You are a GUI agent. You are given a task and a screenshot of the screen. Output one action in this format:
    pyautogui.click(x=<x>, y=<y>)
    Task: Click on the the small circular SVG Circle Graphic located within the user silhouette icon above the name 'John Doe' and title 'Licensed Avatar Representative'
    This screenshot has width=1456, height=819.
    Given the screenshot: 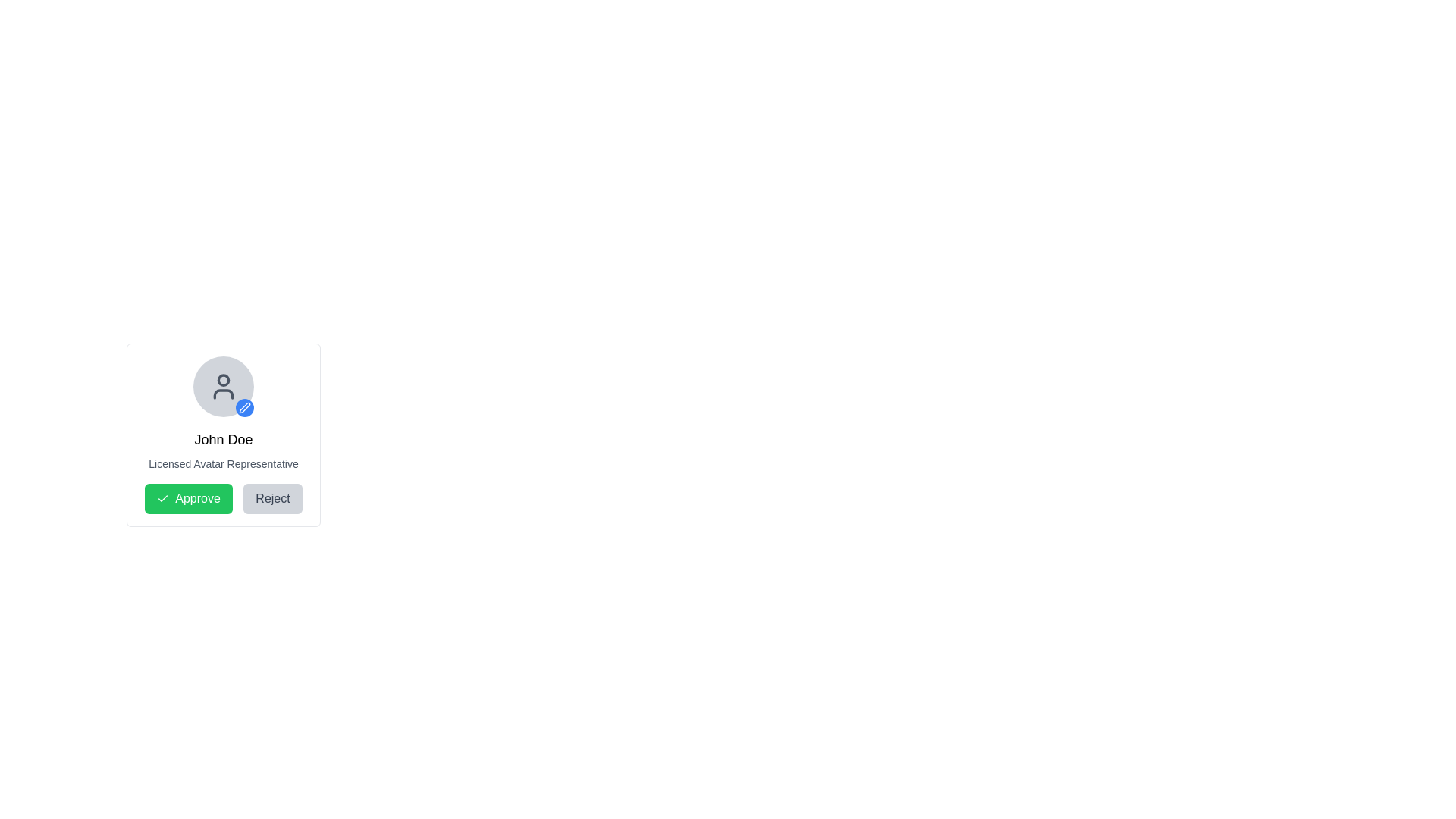 What is the action you would take?
    pyautogui.click(x=222, y=379)
    